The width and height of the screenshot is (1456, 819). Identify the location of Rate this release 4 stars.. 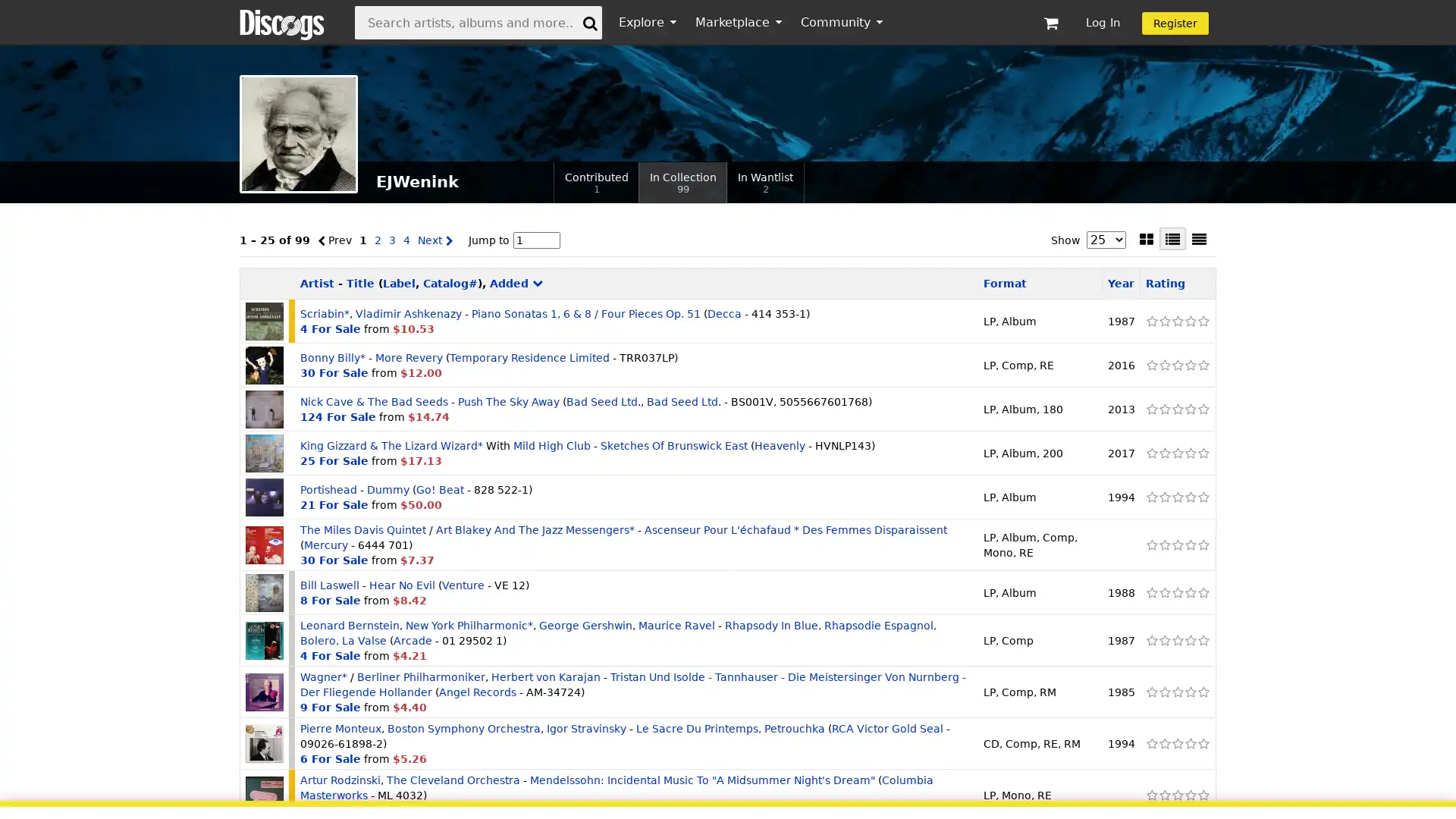
(1189, 366).